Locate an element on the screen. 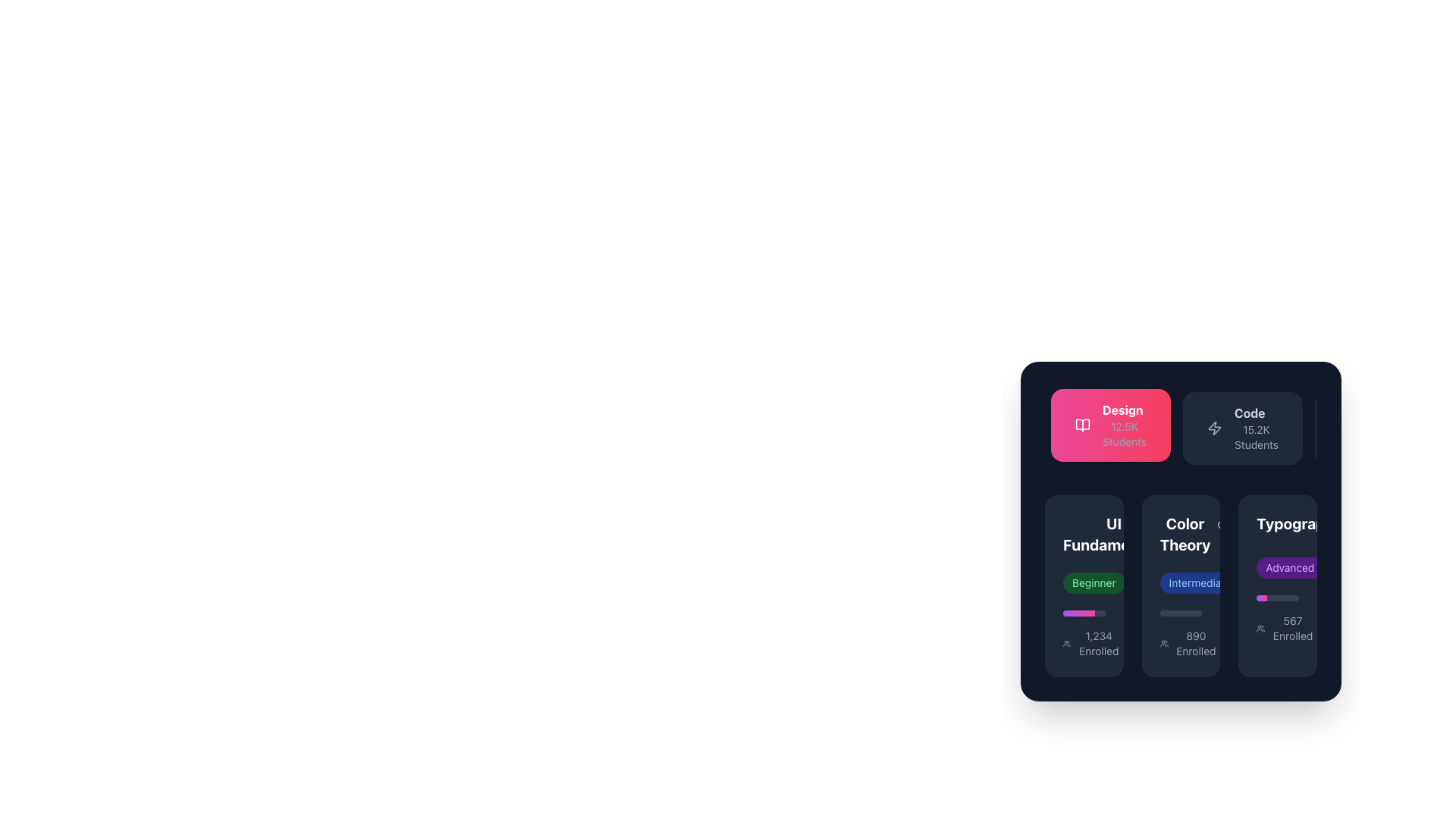 The image size is (1456, 819). text label that displays 'Typography' styled in bold white font on a dark background, located at the top of a vertically aligned card-like structure is located at coordinates (1298, 522).